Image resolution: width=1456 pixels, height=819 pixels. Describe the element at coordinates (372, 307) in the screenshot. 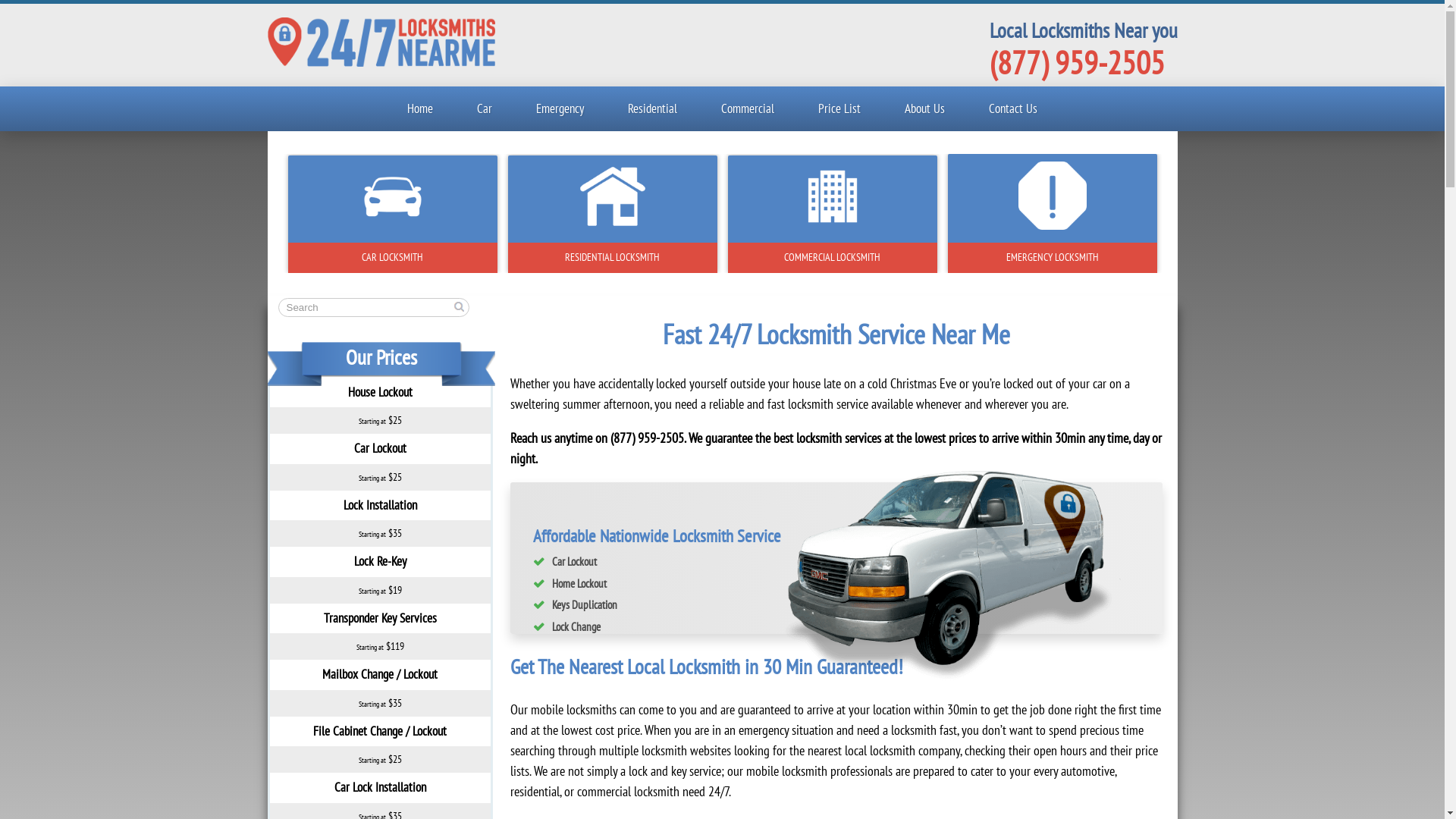

I see `'Enter the terms you wish to search for.'` at that location.